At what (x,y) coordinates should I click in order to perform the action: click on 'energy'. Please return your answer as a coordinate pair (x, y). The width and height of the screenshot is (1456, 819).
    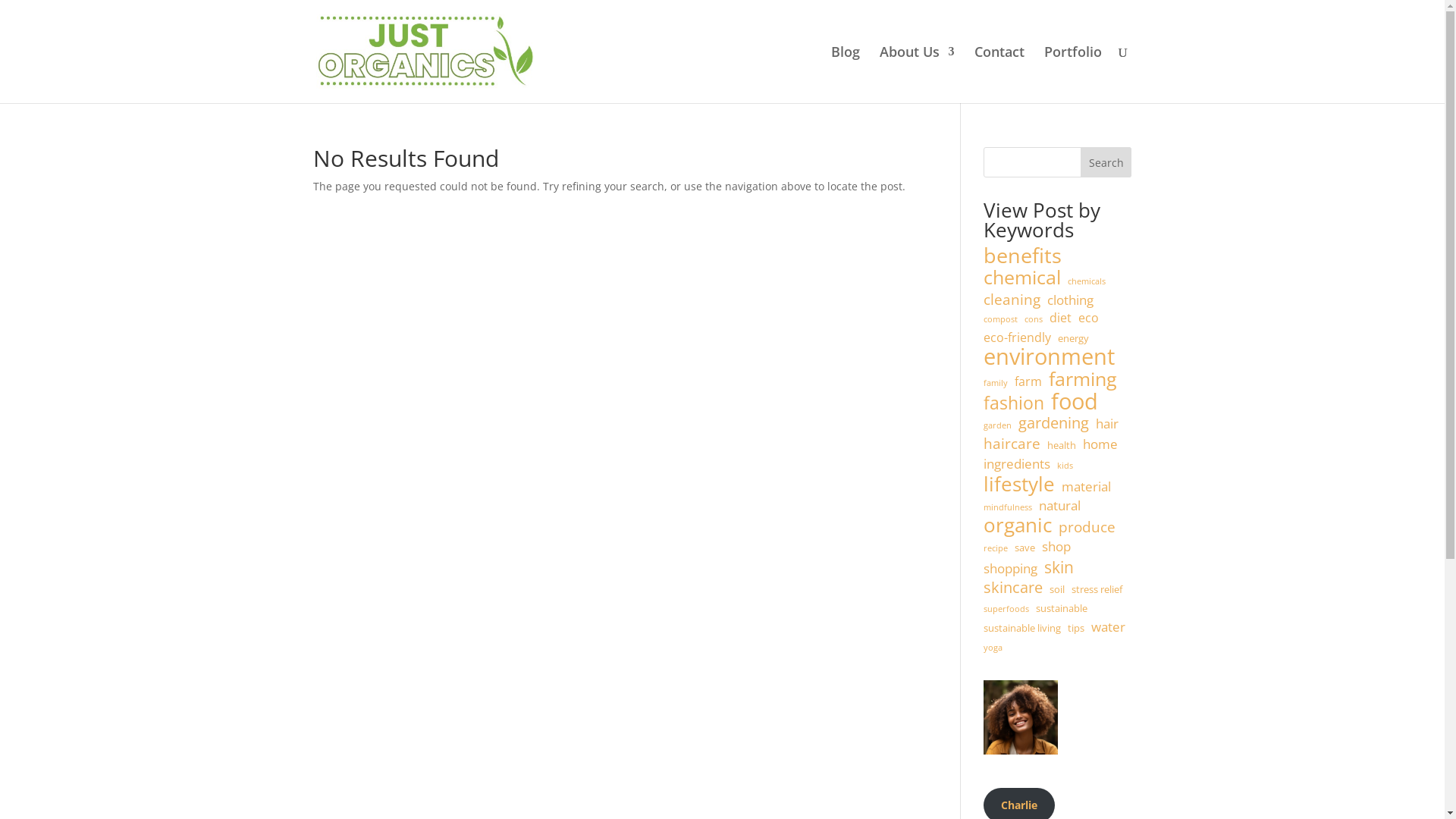
    Looking at the image, I should click on (1072, 338).